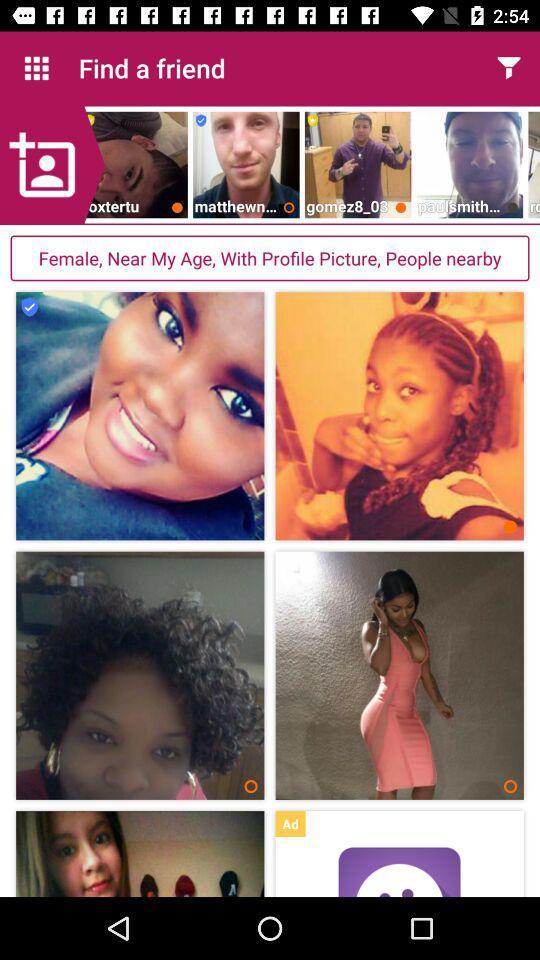 The height and width of the screenshot is (960, 540). I want to click on tourch button, so click(508, 68).